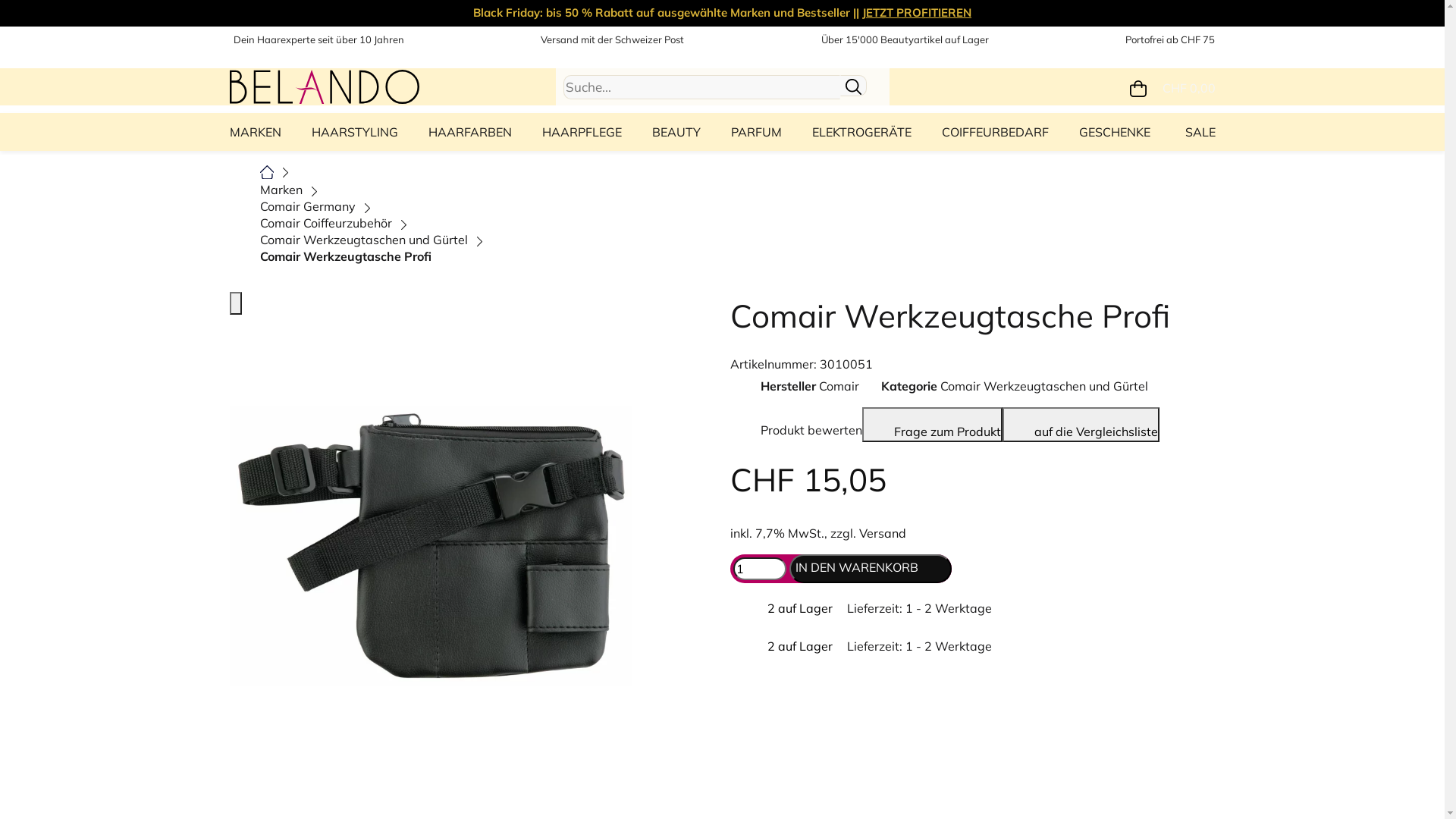 Image resolution: width=1456 pixels, height=819 pixels. I want to click on 'Frage zum Produkt', so click(861, 424).